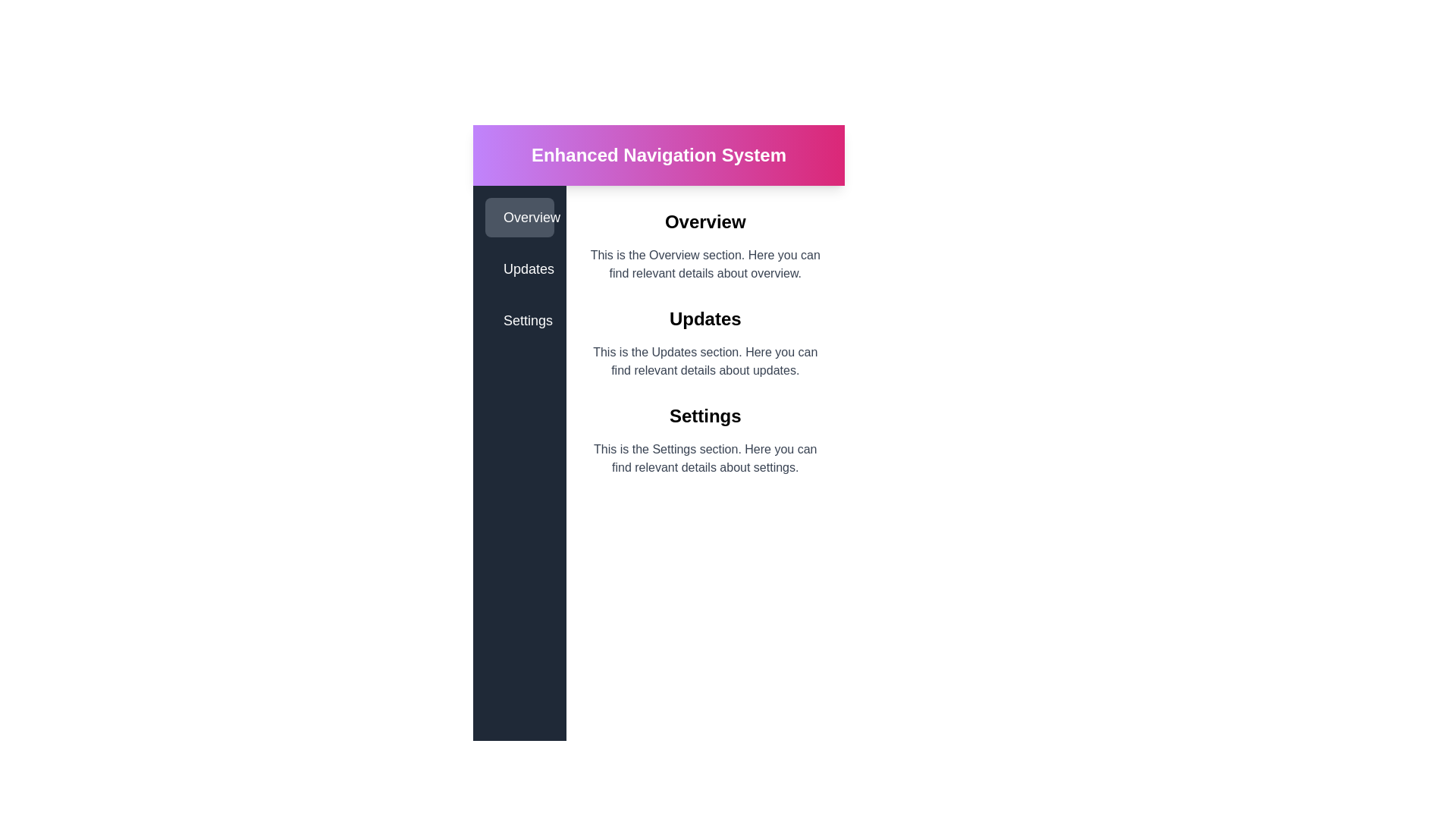  Describe the element at coordinates (519, 320) in the screenshot. I see `the 'Settings' button located in the vertical navigation menu, which is the third button in the list with white text on a dark background` at that location.